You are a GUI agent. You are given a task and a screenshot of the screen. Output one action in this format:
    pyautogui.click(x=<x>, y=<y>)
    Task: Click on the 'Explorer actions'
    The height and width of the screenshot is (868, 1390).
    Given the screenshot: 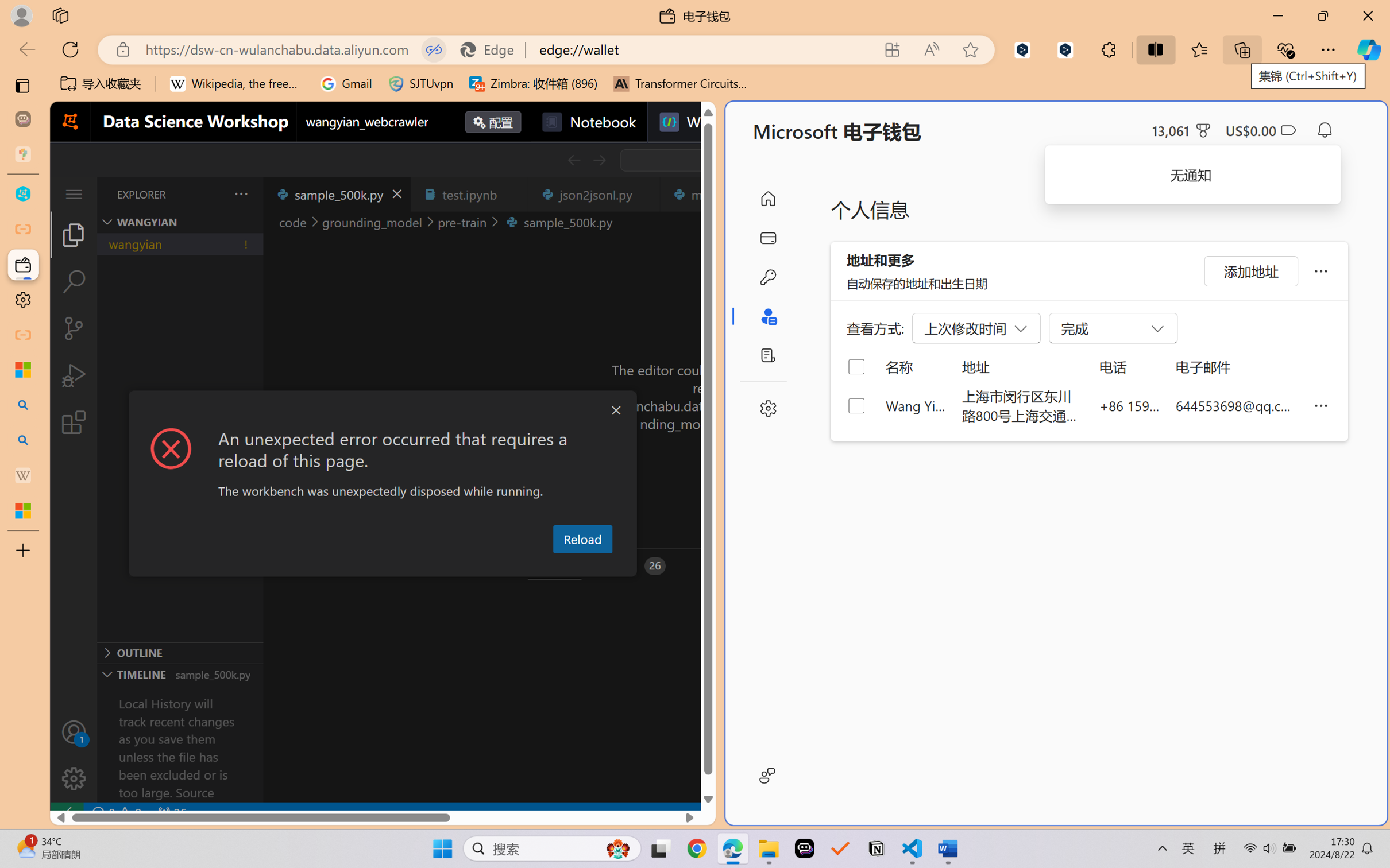 What is the action you would take?
    pyautogui.click(x=212, y=193)
    